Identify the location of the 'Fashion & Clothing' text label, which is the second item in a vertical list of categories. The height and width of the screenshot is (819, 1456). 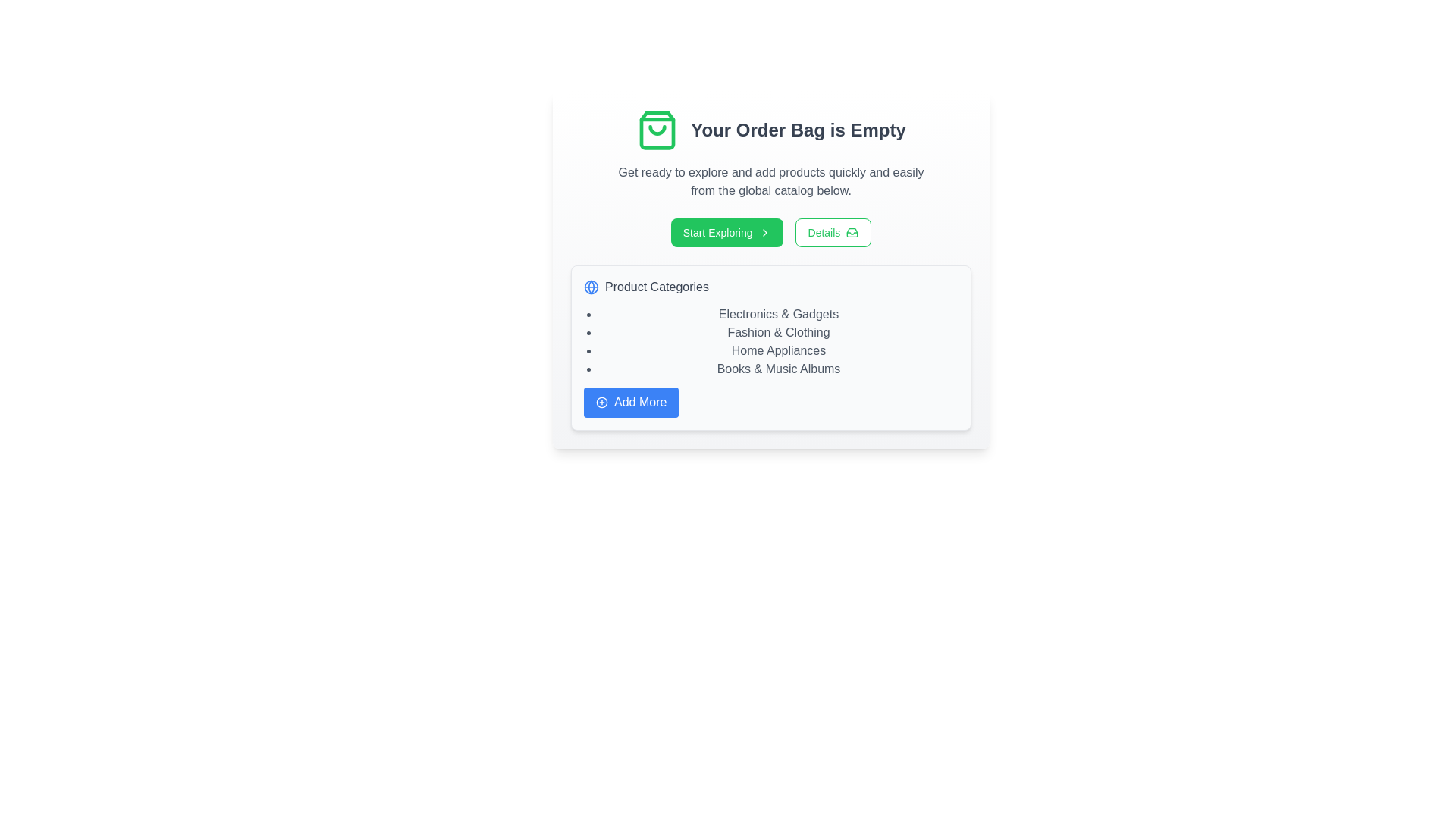
(779, 332).